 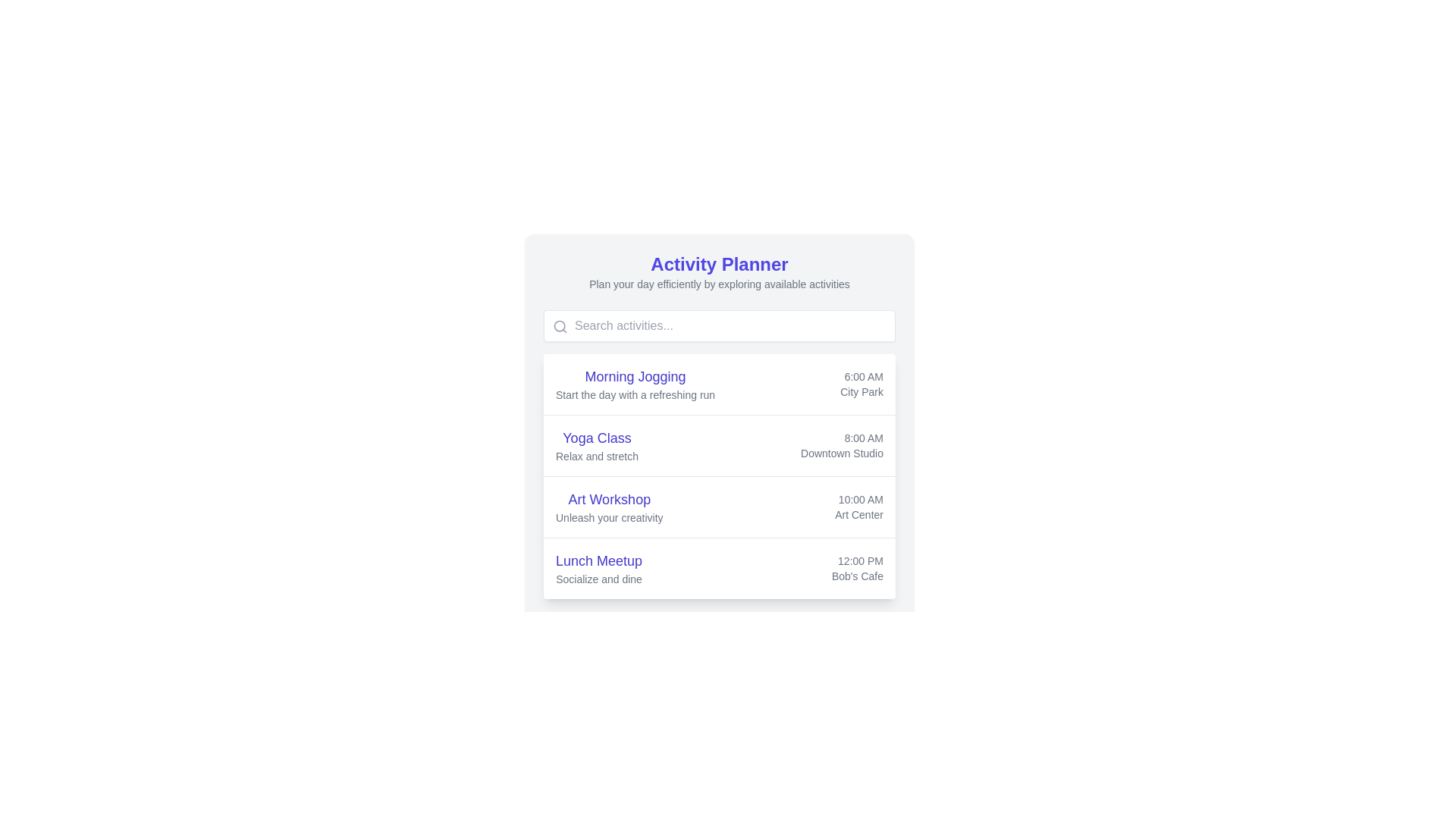 I want to click on the prominently styled text heading 'Activity Planner' which is displayed in a bold, large-sized, indigo-colored font at the top of the interface, so click(x=719, y=263).